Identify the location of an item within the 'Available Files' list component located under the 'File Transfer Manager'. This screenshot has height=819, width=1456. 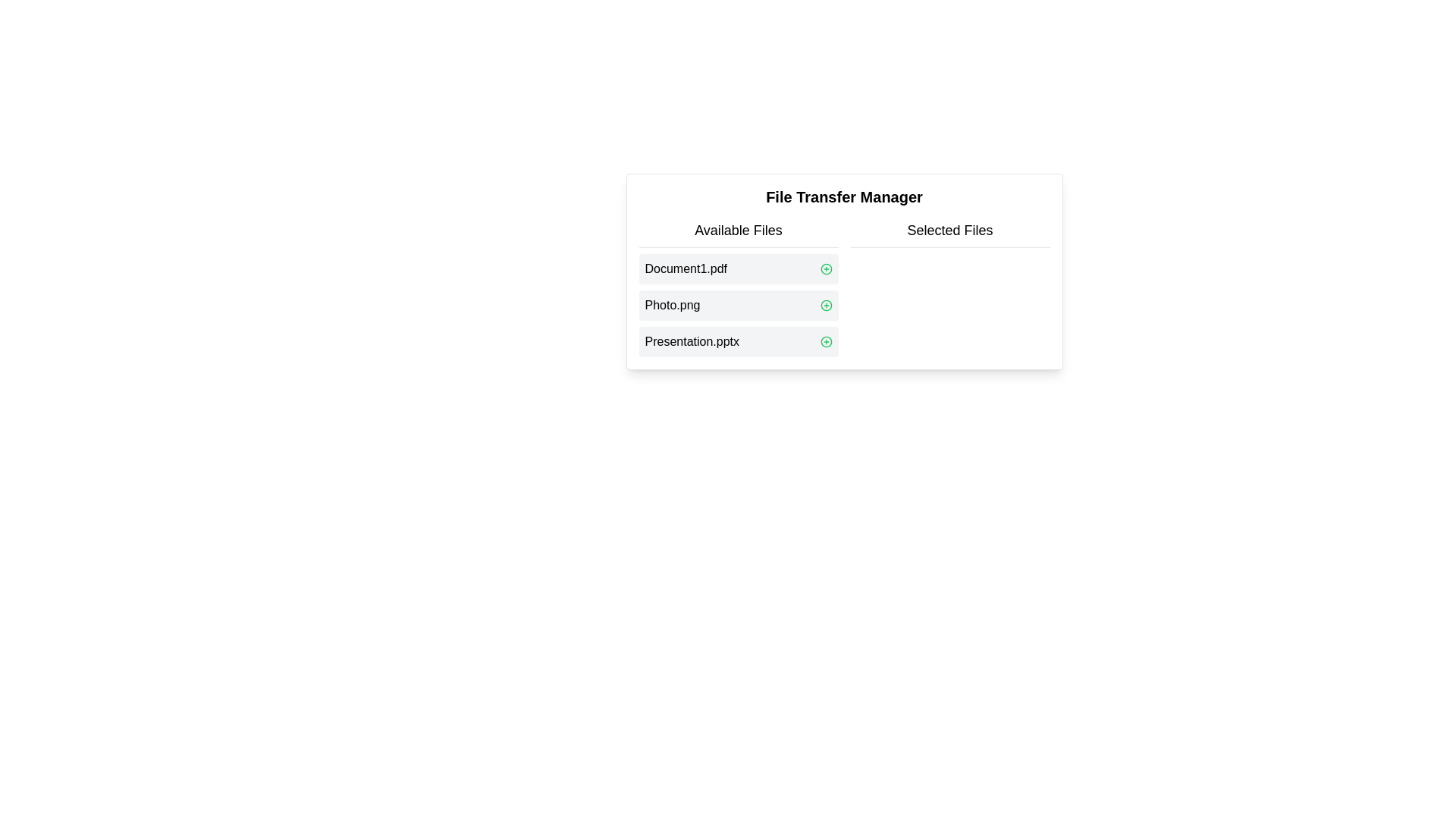
(739, 288).